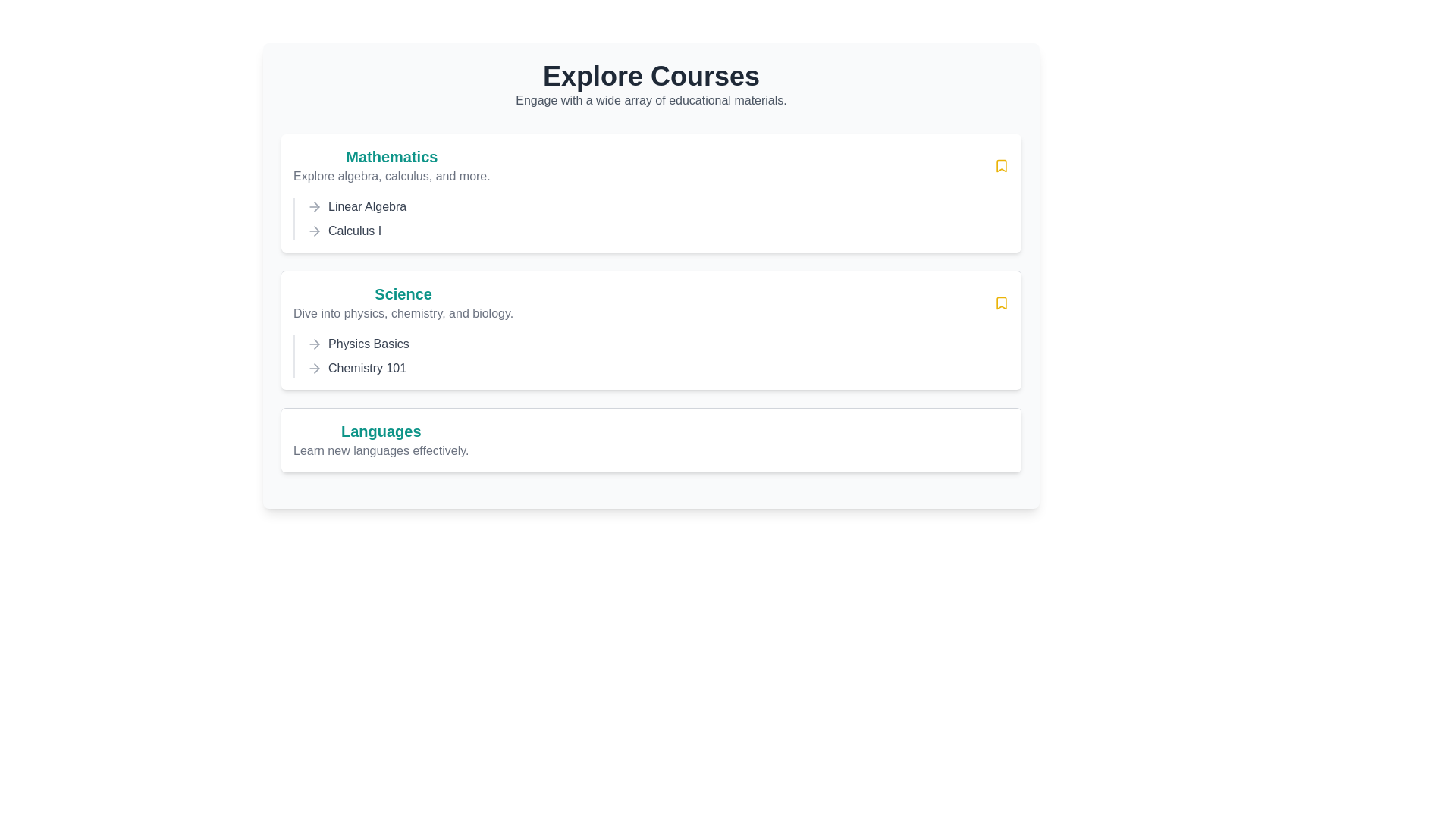  Describe the element at coordinates (367, 369) in the screenshot. I see `the 'Chemistry 101' hyperlink located as the second item` at that location.